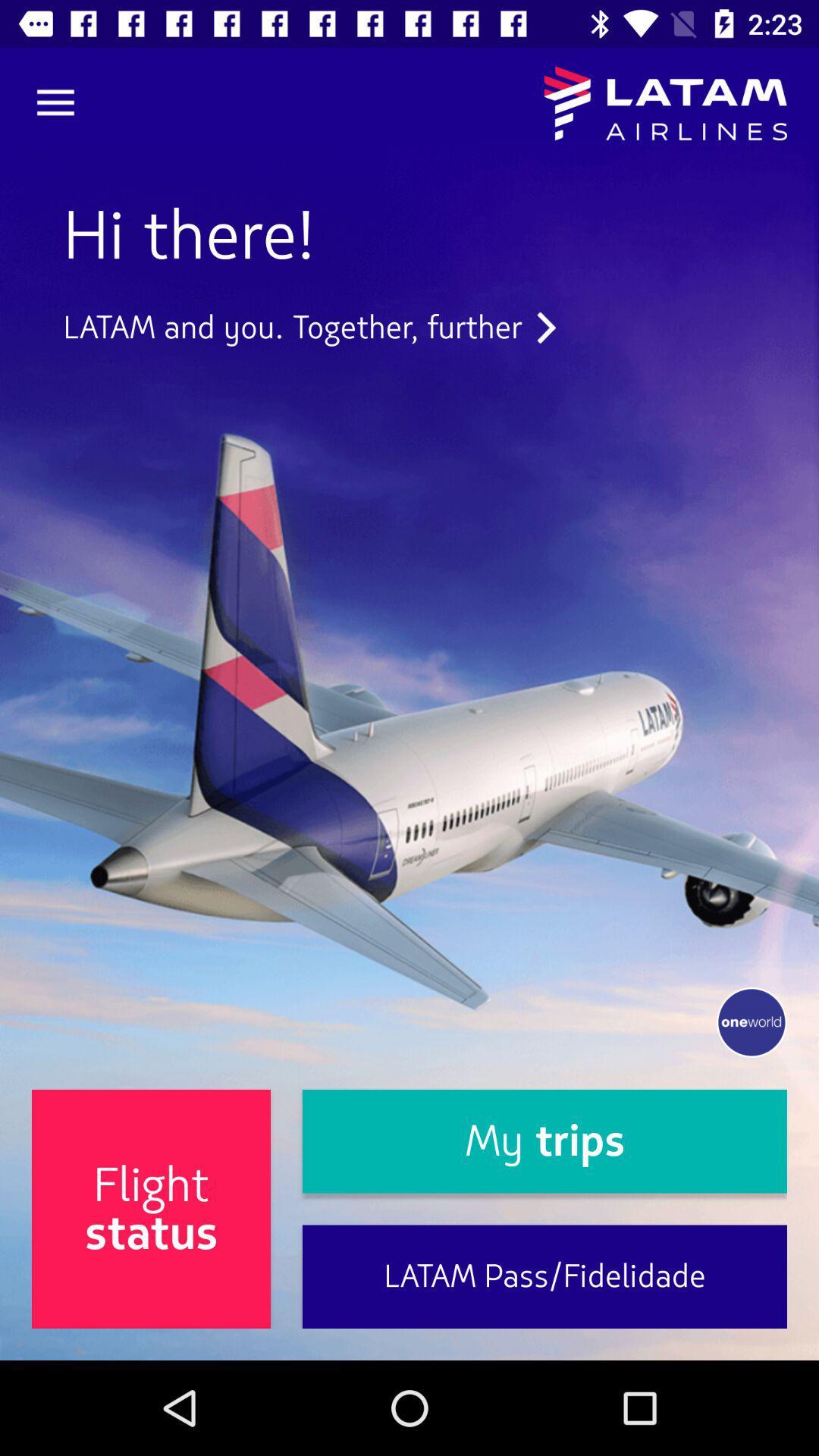 Image resolution: width=819 pixels, height=1456 pixels. I want to click on the item to the right of the flight, so click(544, 1276).